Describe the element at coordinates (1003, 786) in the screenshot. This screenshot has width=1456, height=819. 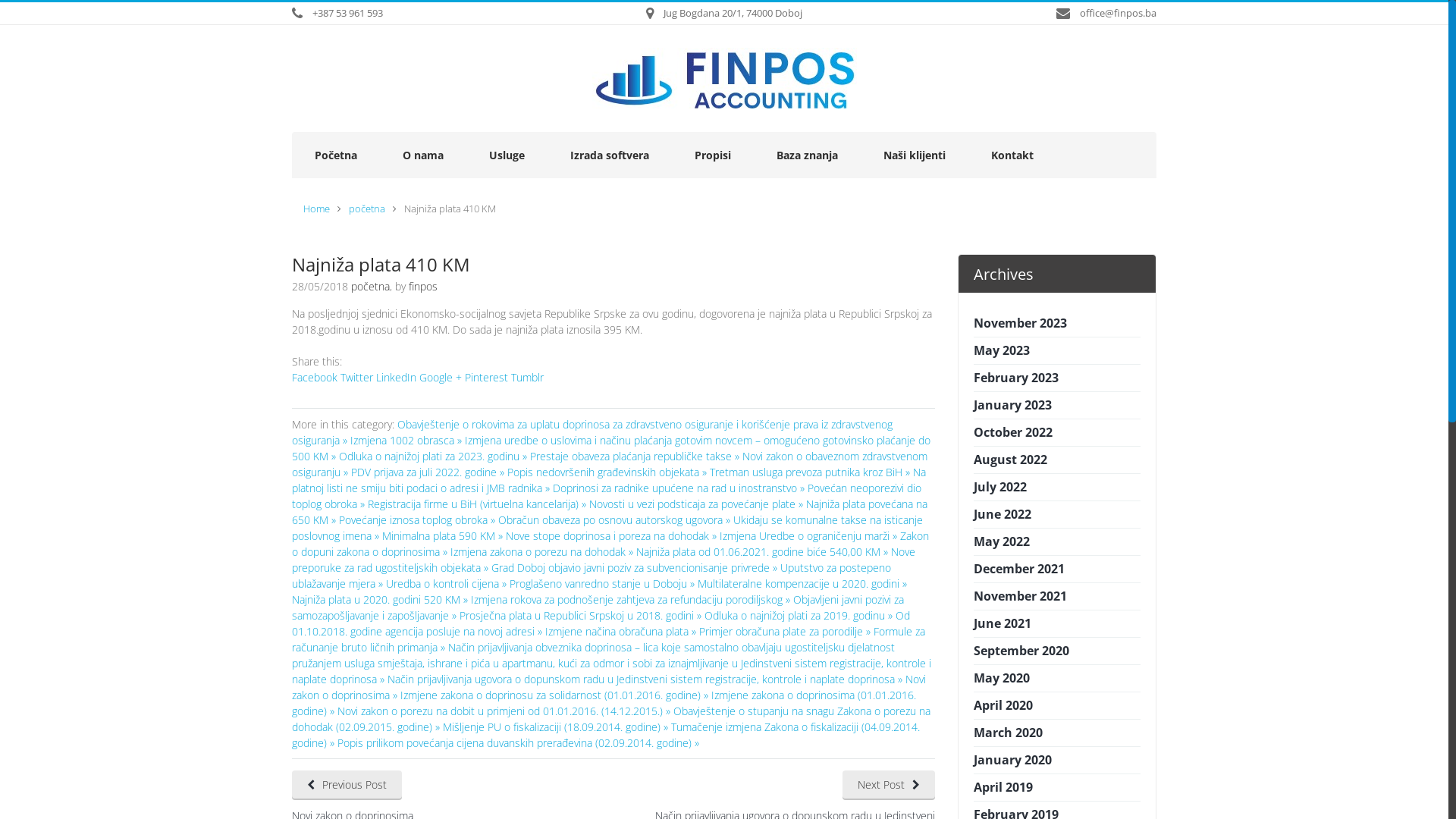
I see `'April 2019'` at that location.